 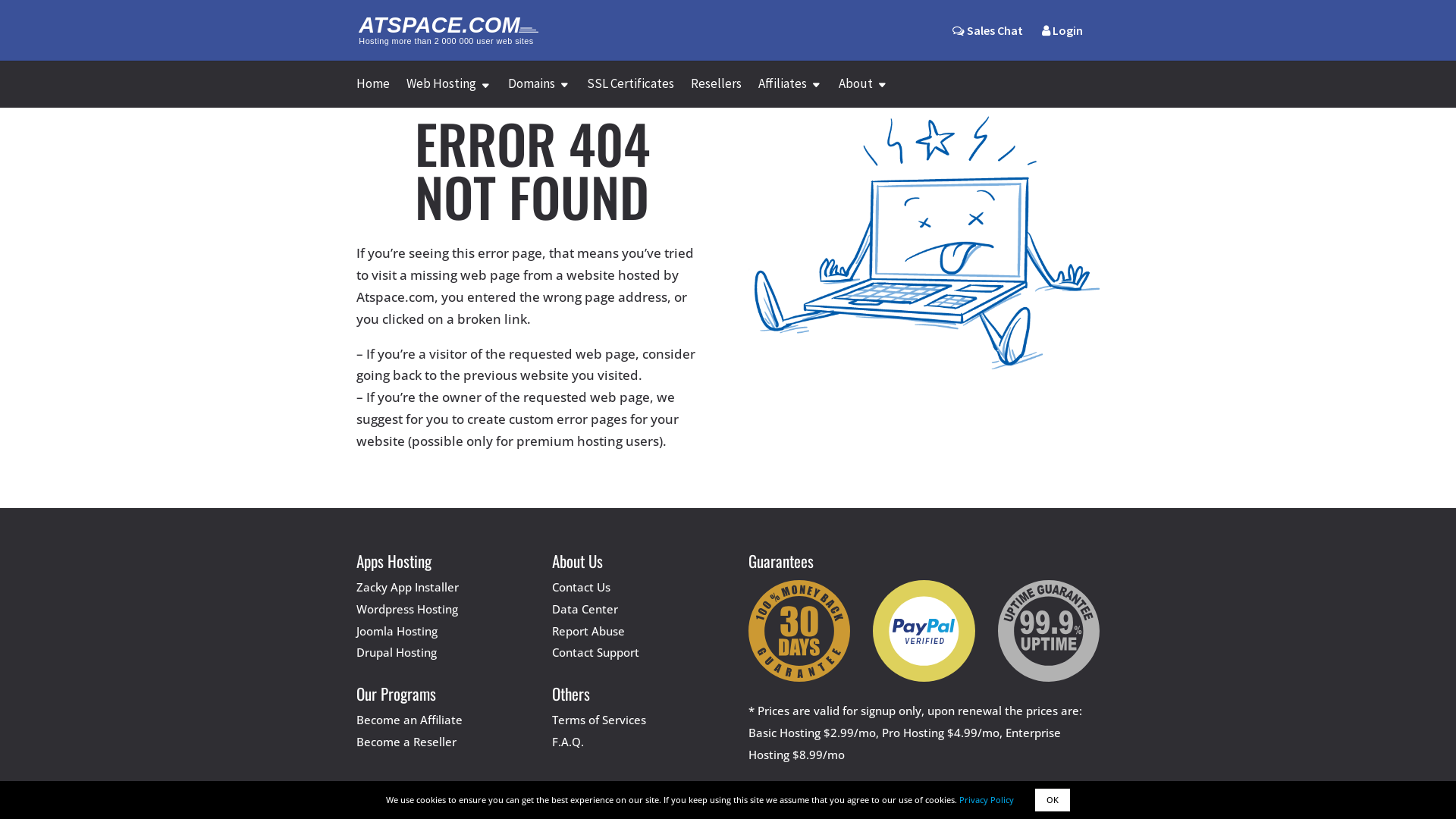 What do you see at coordinates (409, 718) in the screenshot?
I see `'Become an Affiliate'` at bounding box center [409, 718].